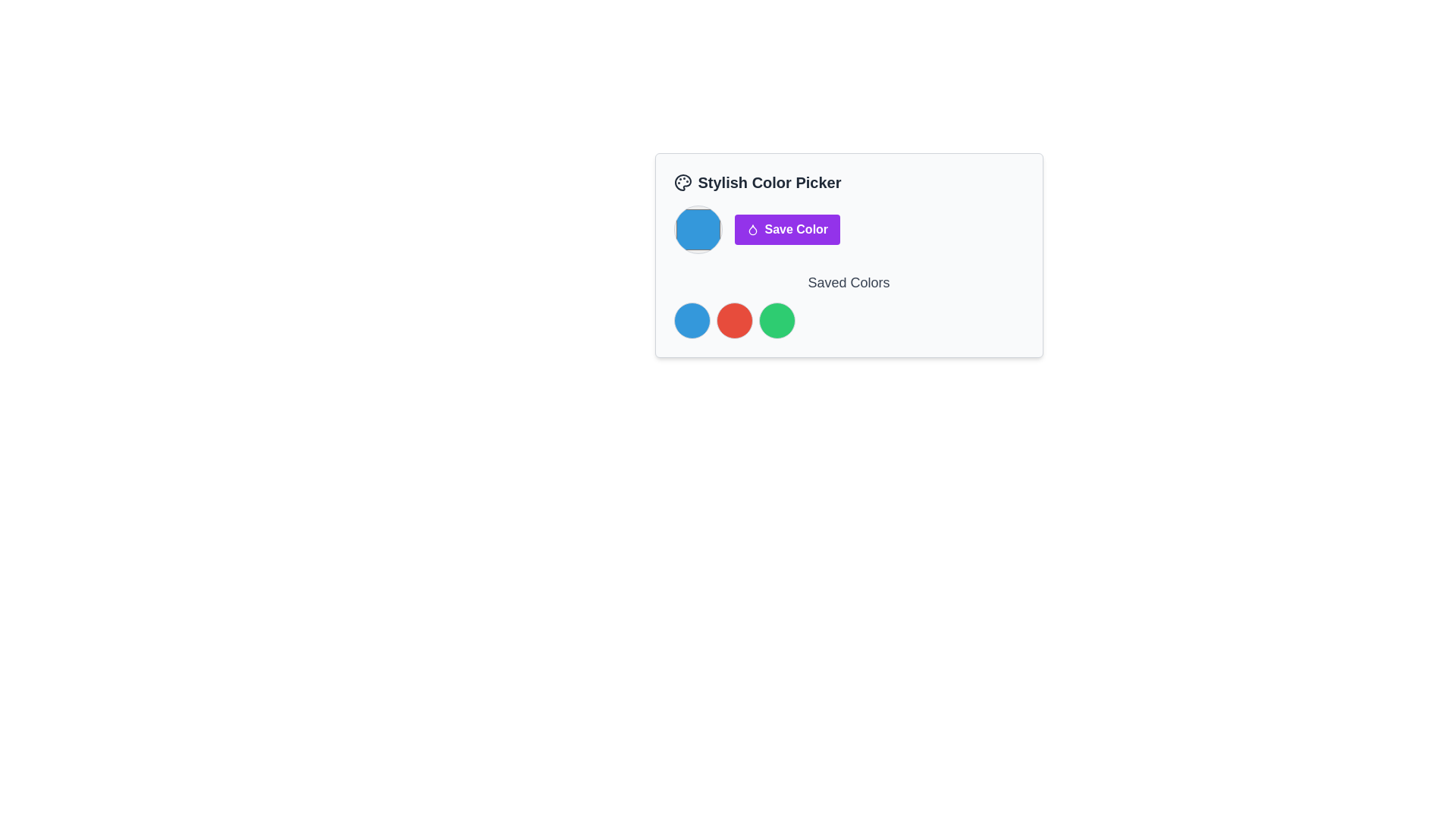 The width and height of the screenshot is (1456, 819). I want to click on the blue circular color representation element with a thin gray border, located, so click(691, 320).